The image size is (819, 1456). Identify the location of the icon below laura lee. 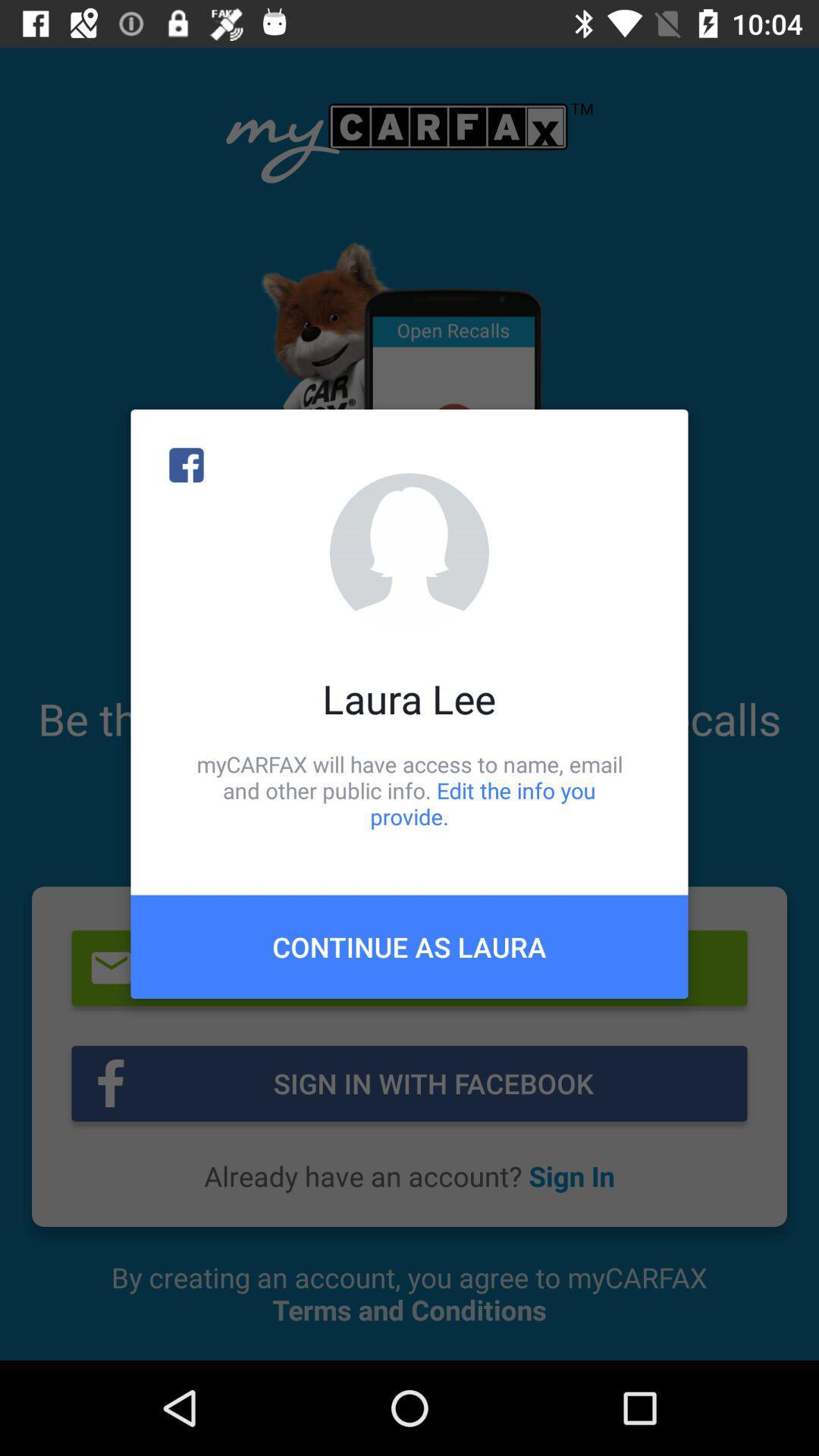
(409, 789).